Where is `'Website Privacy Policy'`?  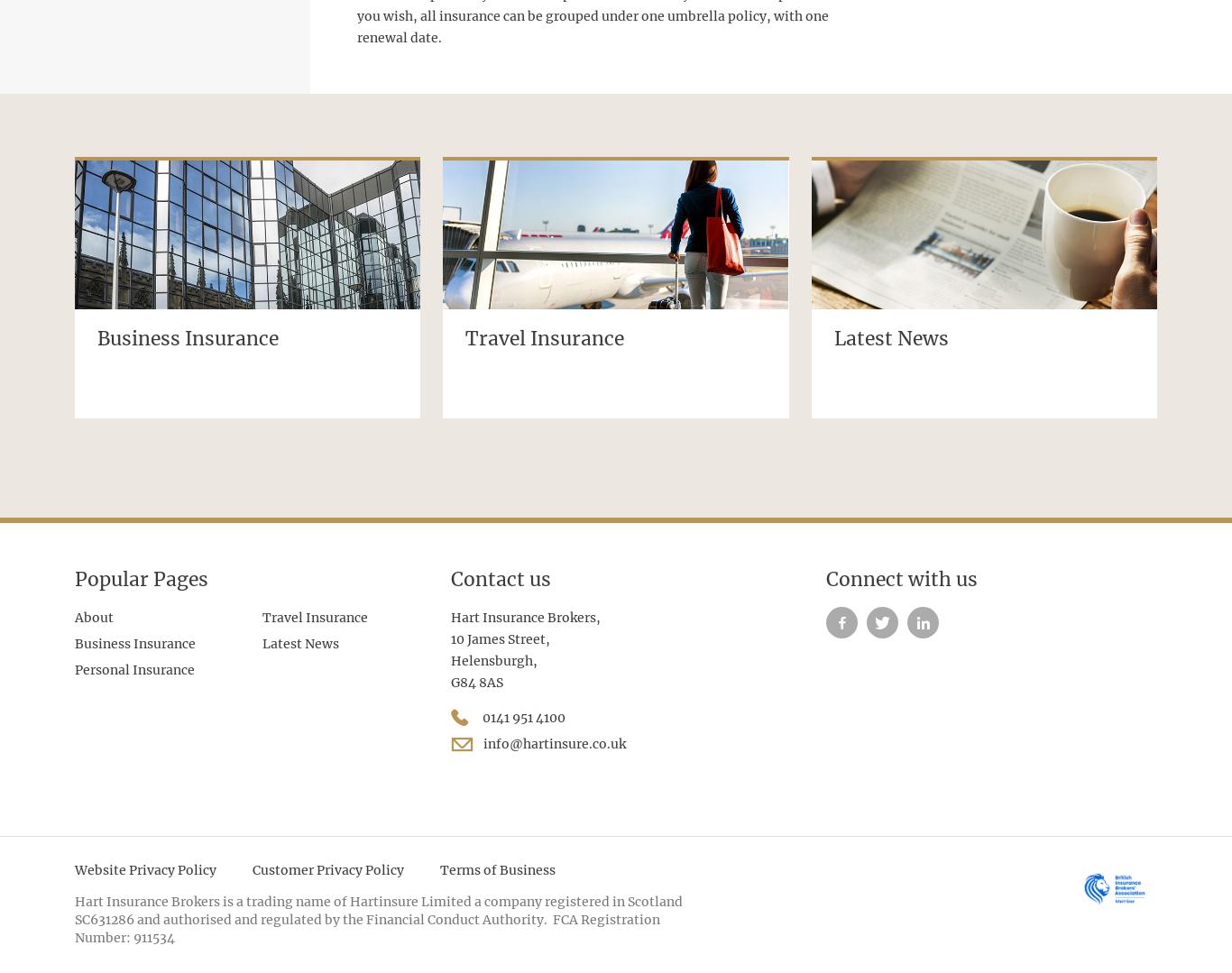
'Website Privacy Policy' is located at coordinates (144, 868).